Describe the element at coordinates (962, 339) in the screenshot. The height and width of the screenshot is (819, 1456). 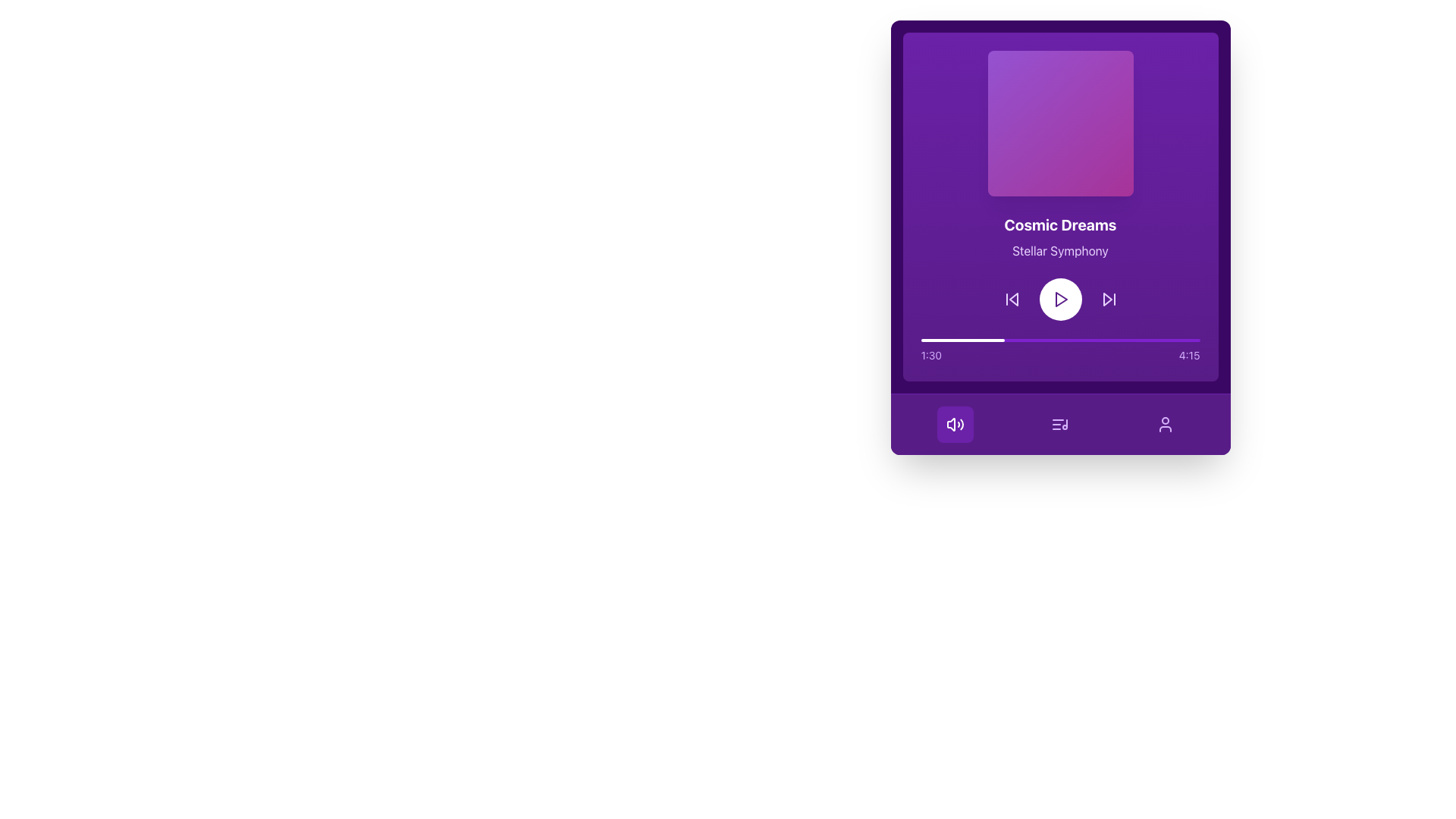
I see `the progress indicator within the progress bar of the music player card, which represents the portion of the task completed` at that location.